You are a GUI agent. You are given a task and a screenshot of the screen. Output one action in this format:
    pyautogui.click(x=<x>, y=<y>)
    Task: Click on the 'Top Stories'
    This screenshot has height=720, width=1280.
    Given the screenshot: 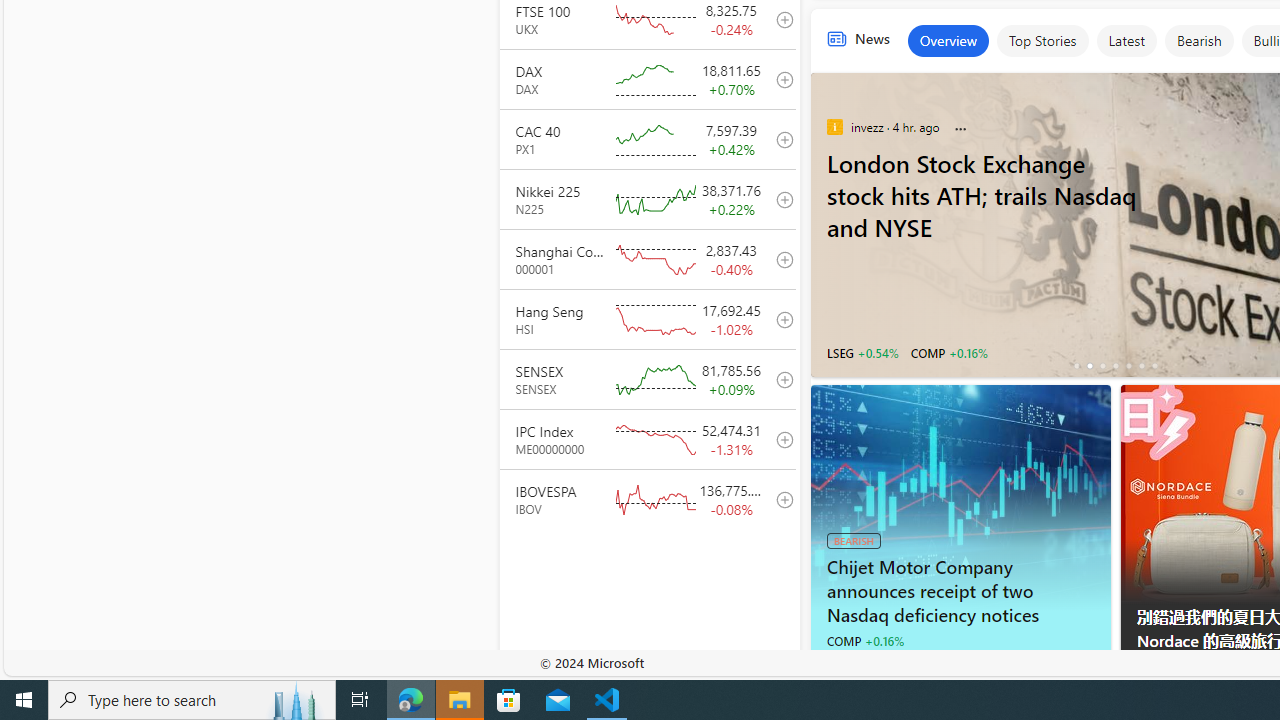 What is the action you would take?
    pyautogui.click(x=1040, y=41)
    